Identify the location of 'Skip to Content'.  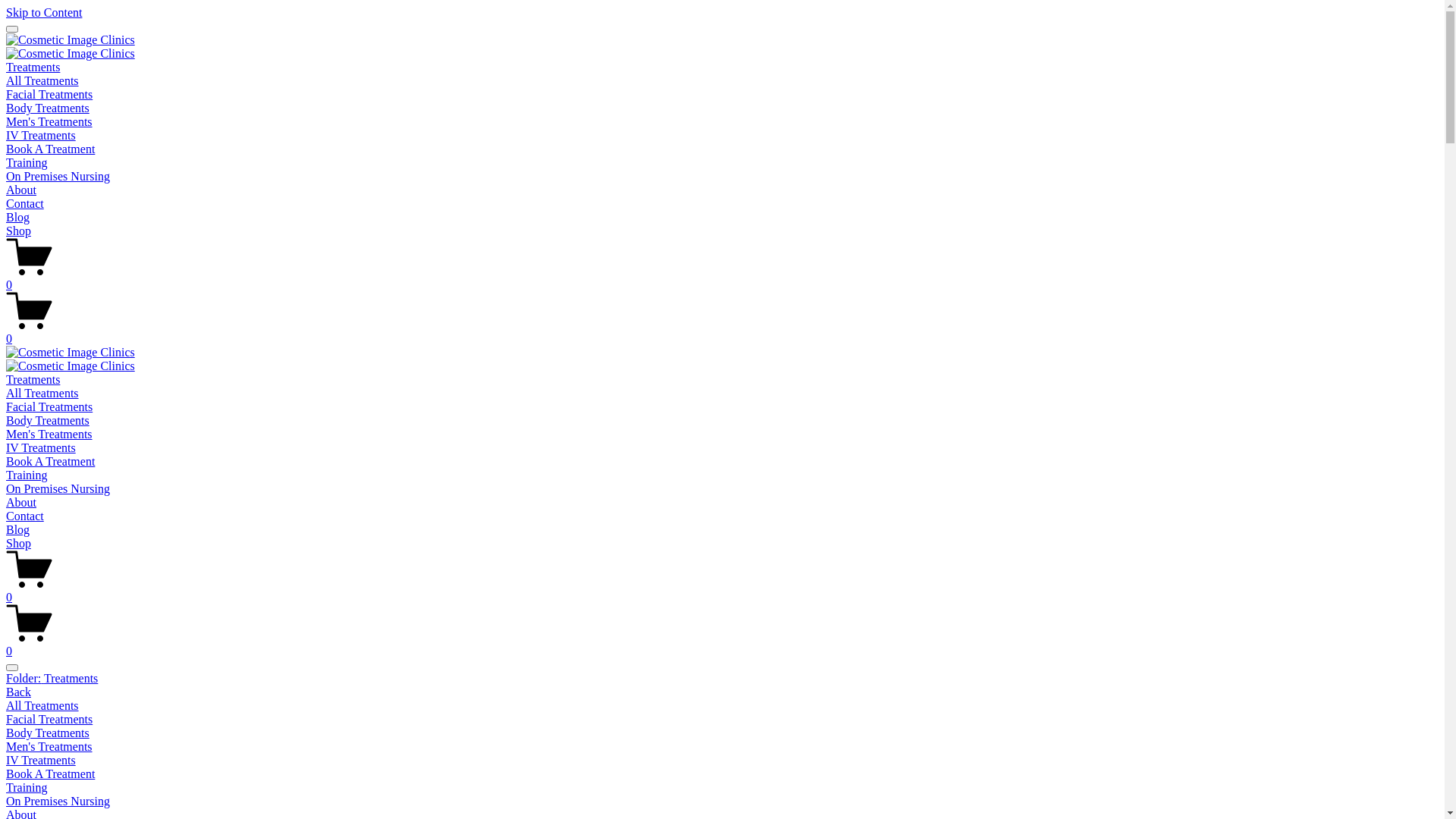
(43, 12).